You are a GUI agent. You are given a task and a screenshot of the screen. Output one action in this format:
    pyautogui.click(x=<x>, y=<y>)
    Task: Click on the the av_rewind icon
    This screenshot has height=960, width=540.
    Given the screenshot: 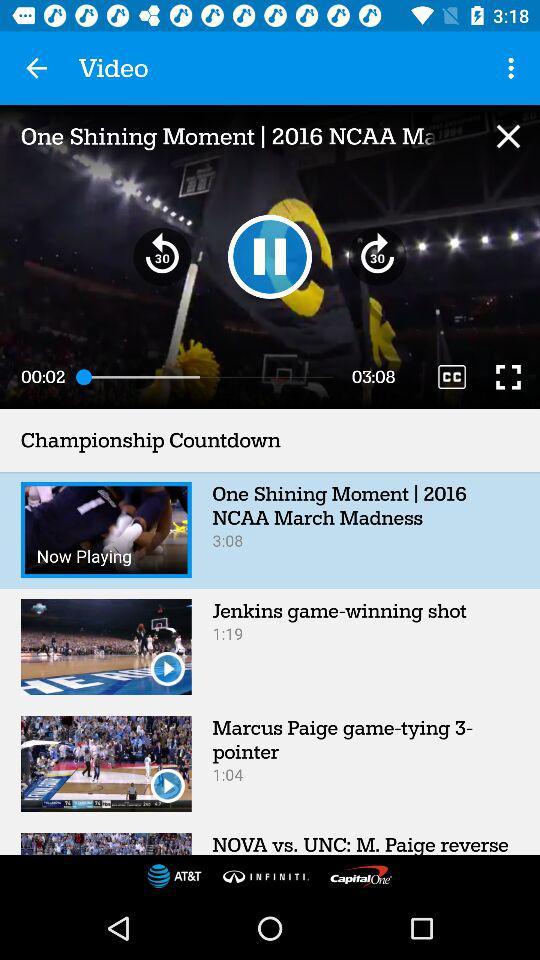 What is the action you would take?
    pyautogui.click(x=161, y=255)
    